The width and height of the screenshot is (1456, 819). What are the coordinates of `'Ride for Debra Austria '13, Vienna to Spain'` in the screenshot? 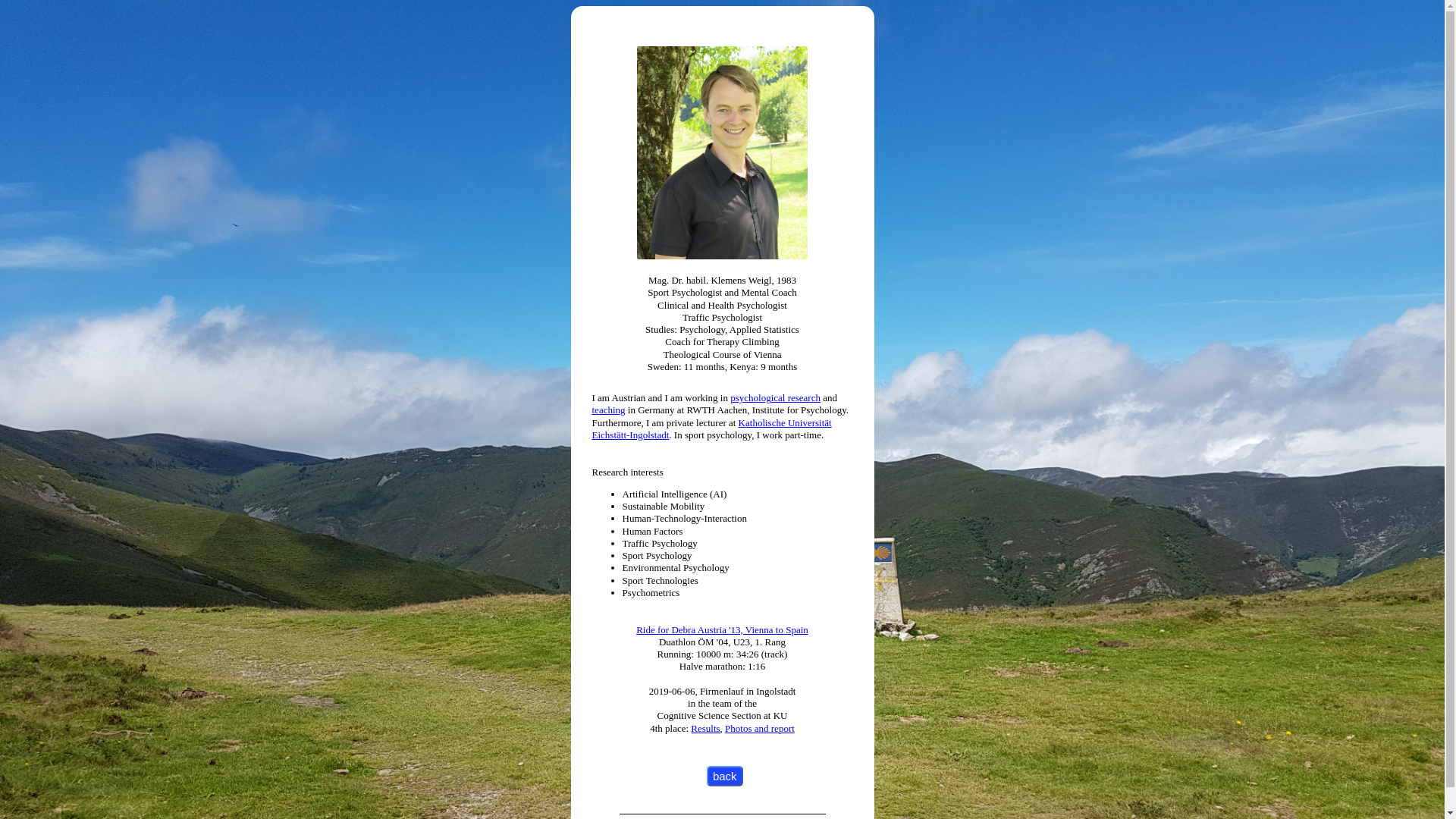 It's located at (721, 629).